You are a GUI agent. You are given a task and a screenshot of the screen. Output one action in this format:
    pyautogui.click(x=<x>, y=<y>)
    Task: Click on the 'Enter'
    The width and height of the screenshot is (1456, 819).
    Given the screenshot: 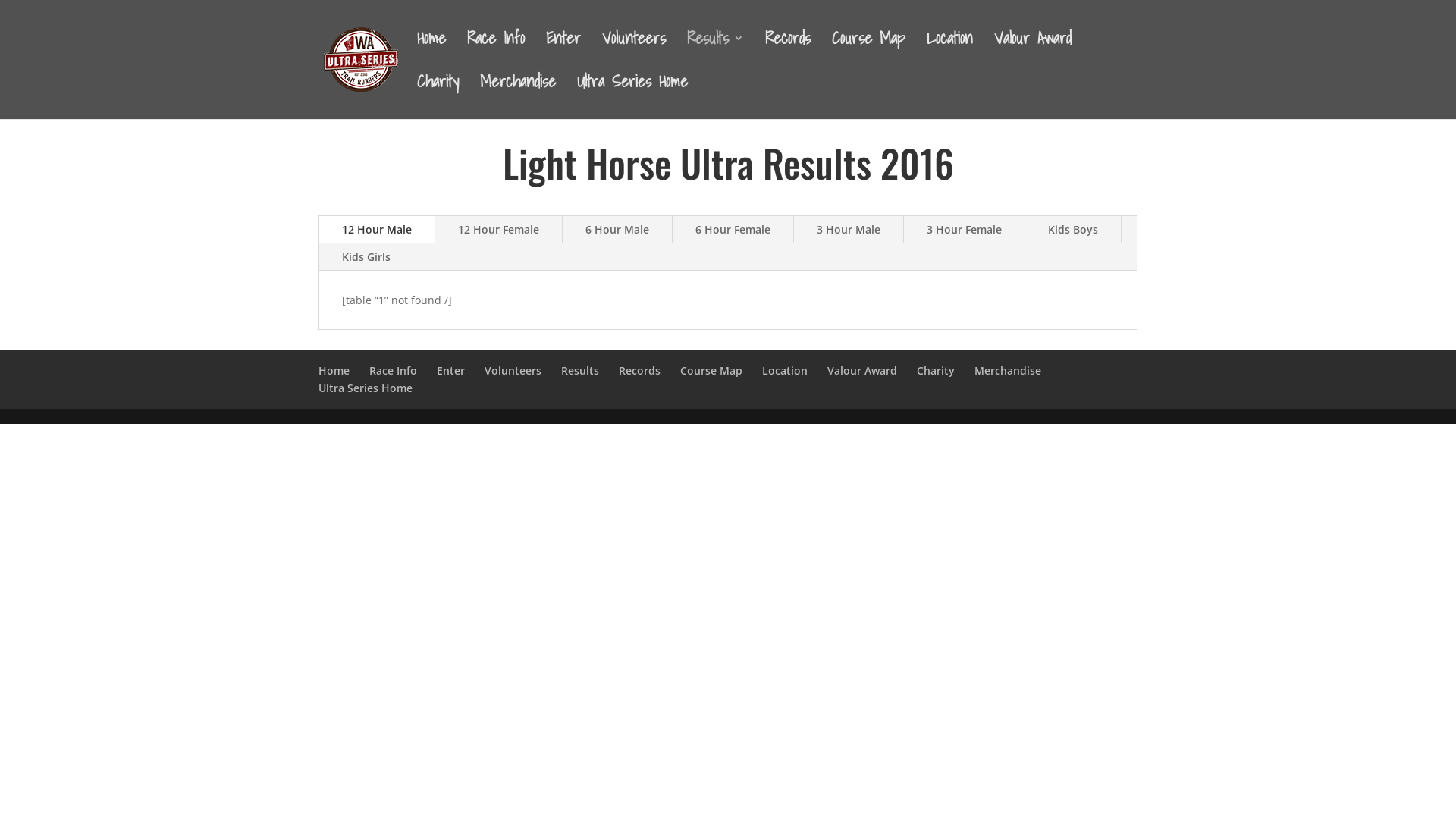 What is the action you would take?
    pyautogui.click(x=546, y=53)
    